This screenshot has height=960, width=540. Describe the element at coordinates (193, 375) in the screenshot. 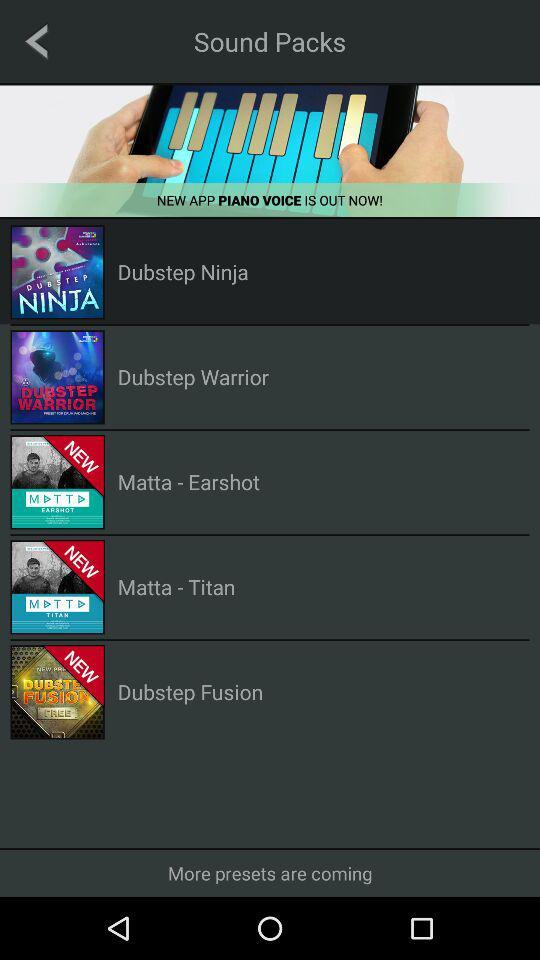

I see `the dubstep warrior app` at that location.